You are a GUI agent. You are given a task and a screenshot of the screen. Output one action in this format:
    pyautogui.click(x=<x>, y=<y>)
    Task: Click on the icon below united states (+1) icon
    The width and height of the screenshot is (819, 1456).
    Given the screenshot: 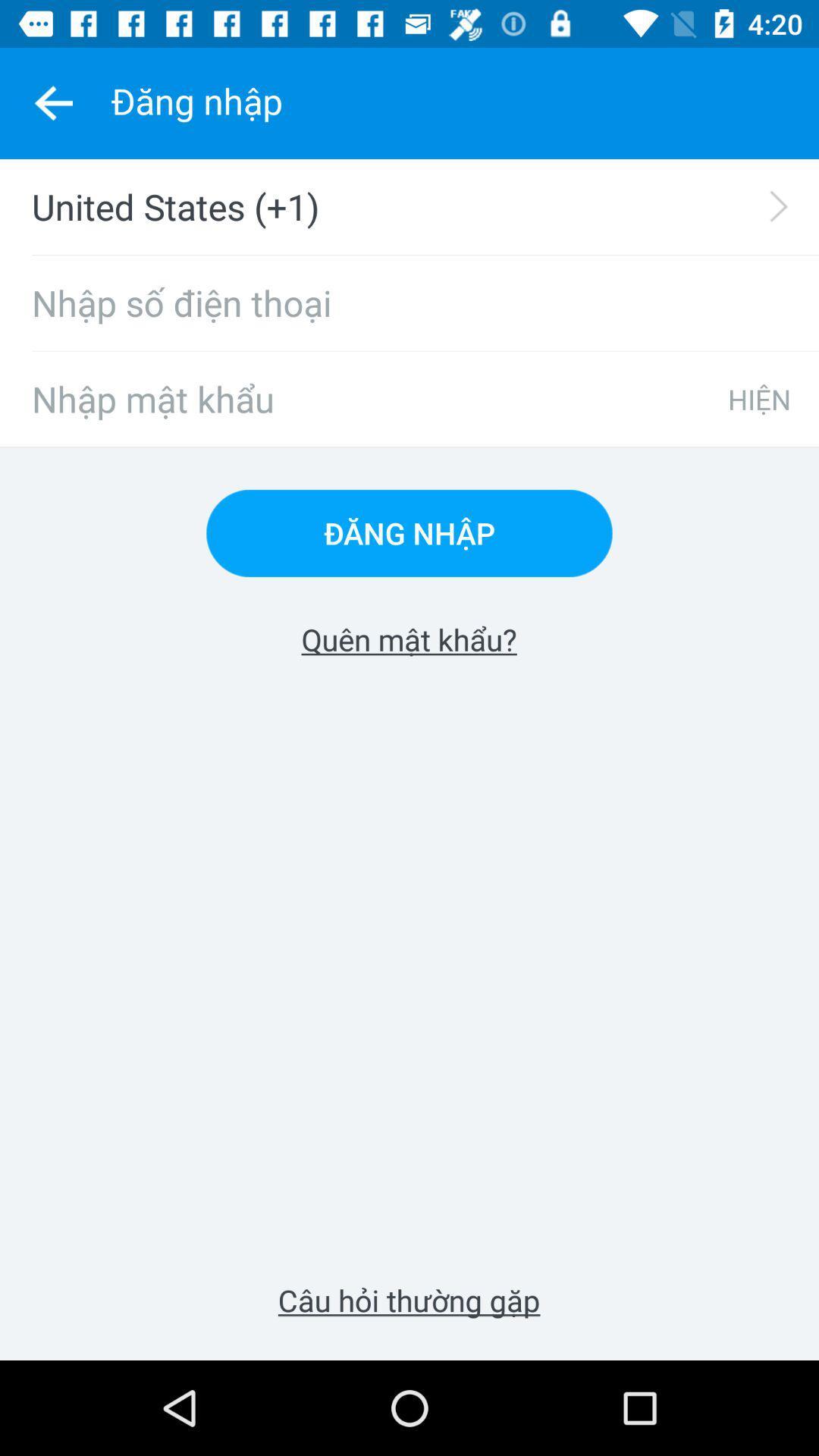 What is the action you would take?
    pyautogui.click(x=409, y=303)
    